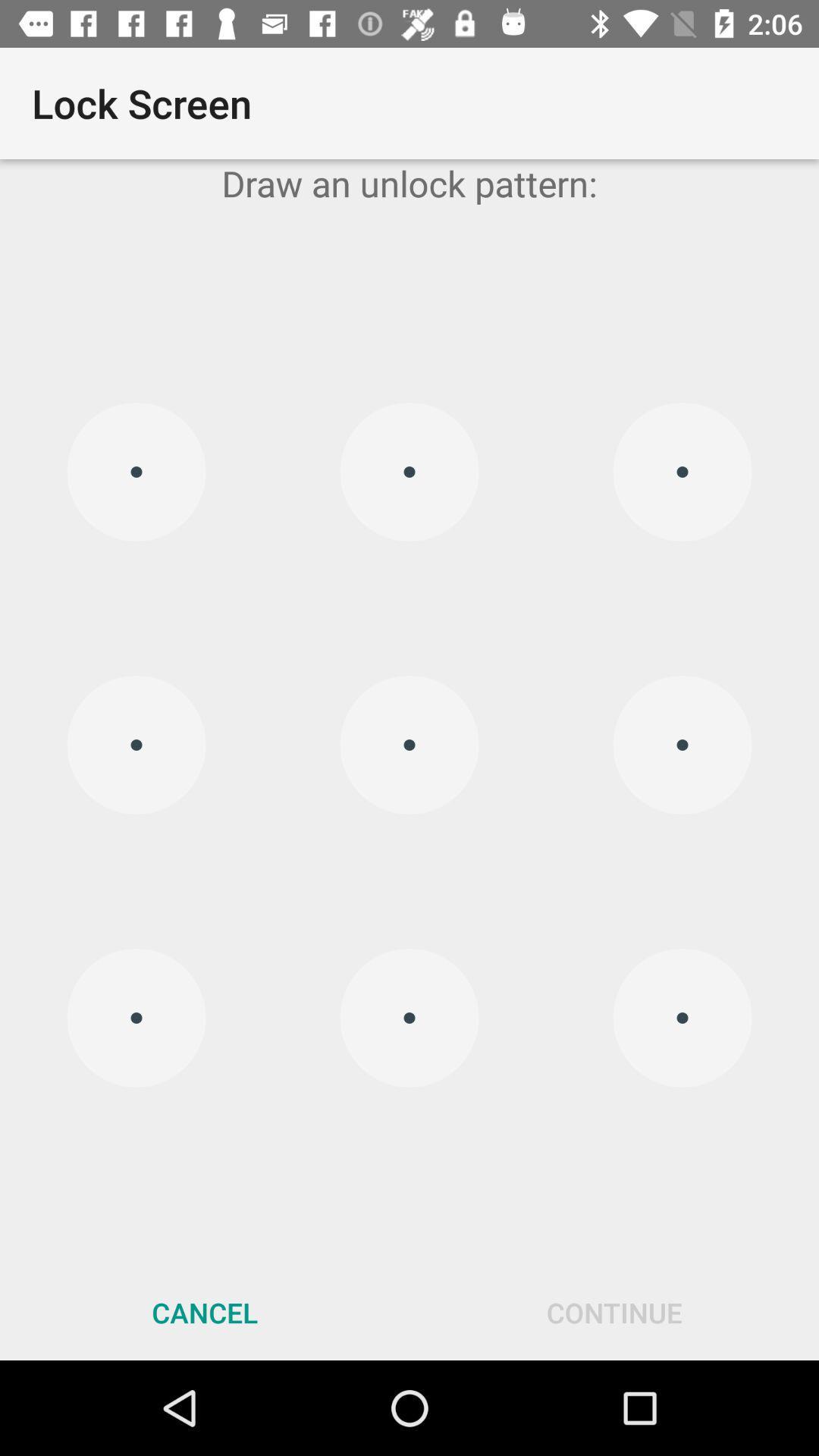 The image size is (819, 1456). I want to click on the continue, so click(614, 1312).